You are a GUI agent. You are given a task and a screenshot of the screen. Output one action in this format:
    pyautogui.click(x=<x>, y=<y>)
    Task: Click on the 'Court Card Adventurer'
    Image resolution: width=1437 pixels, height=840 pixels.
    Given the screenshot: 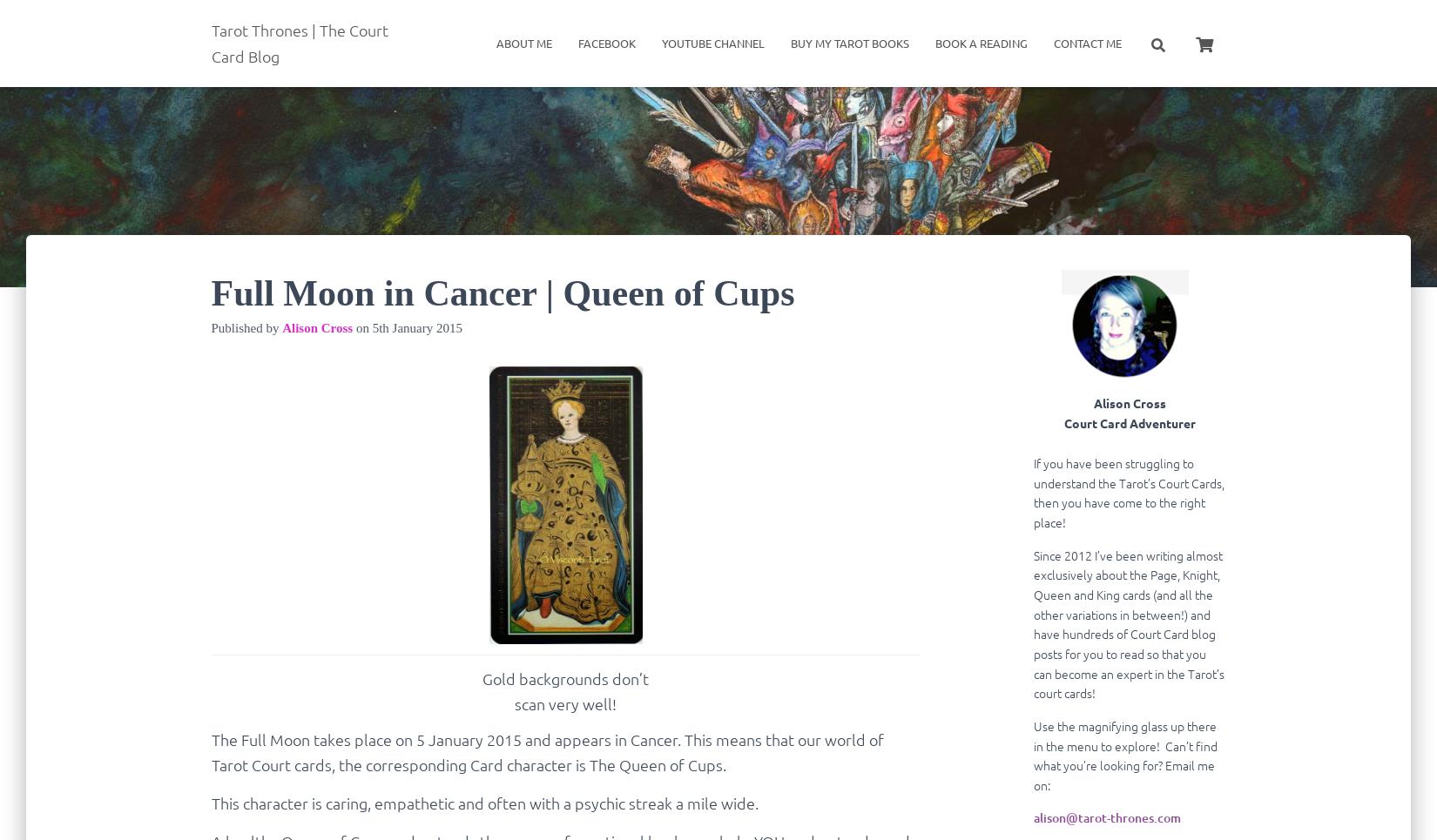 What is the action you would take?
    pyautogui.click(x=1128, y=422)
    